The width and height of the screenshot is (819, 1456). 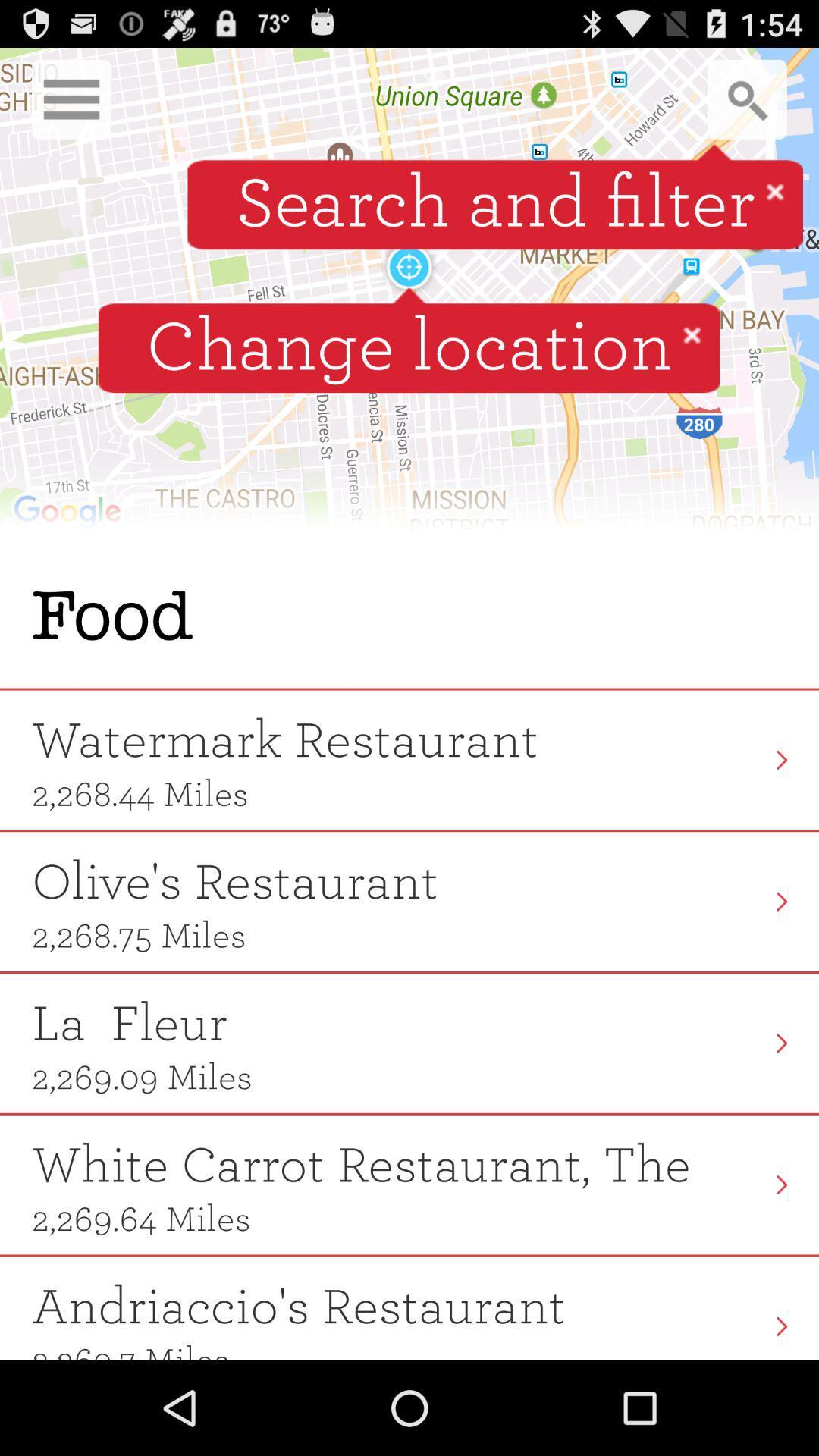 What do you see at coordinates (775, 190) in the screenshot?
I see `button` at bounding box center [775, 190].